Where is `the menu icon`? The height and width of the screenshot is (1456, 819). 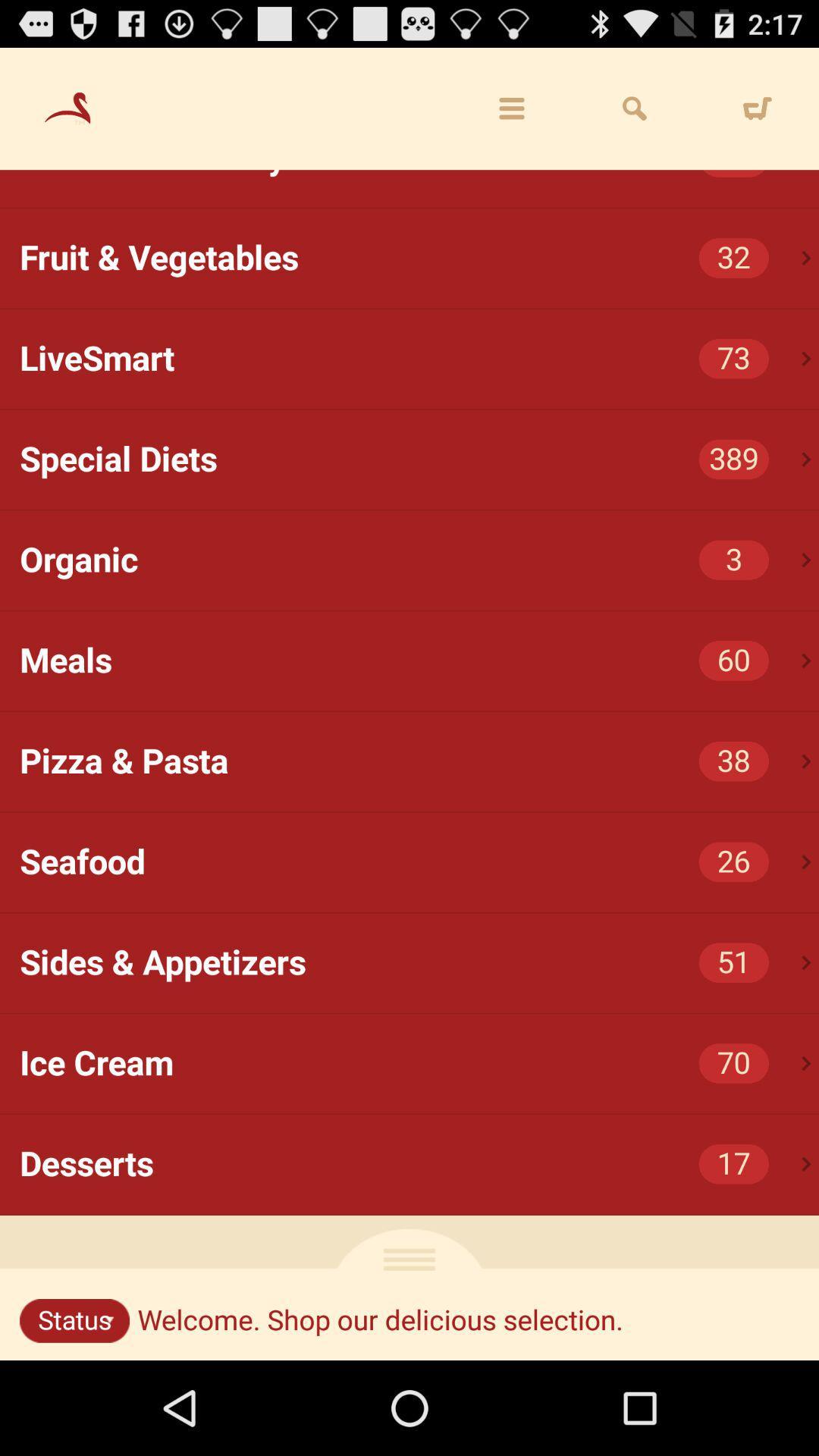 the menu icon is located at coordinates (512, 115).